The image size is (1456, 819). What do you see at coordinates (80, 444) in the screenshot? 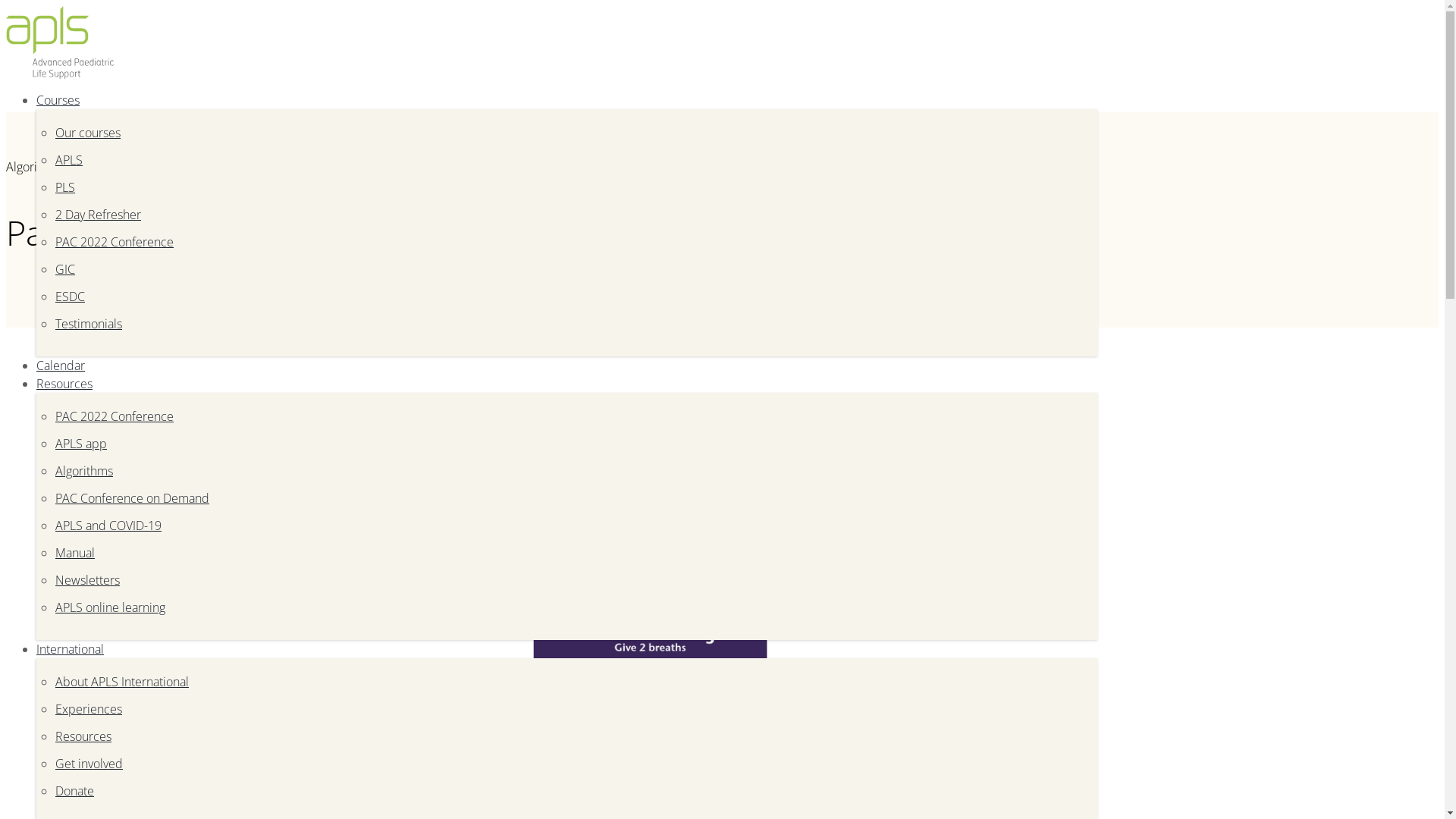
I see `'APLS app'` at bounding box center [80, 444].